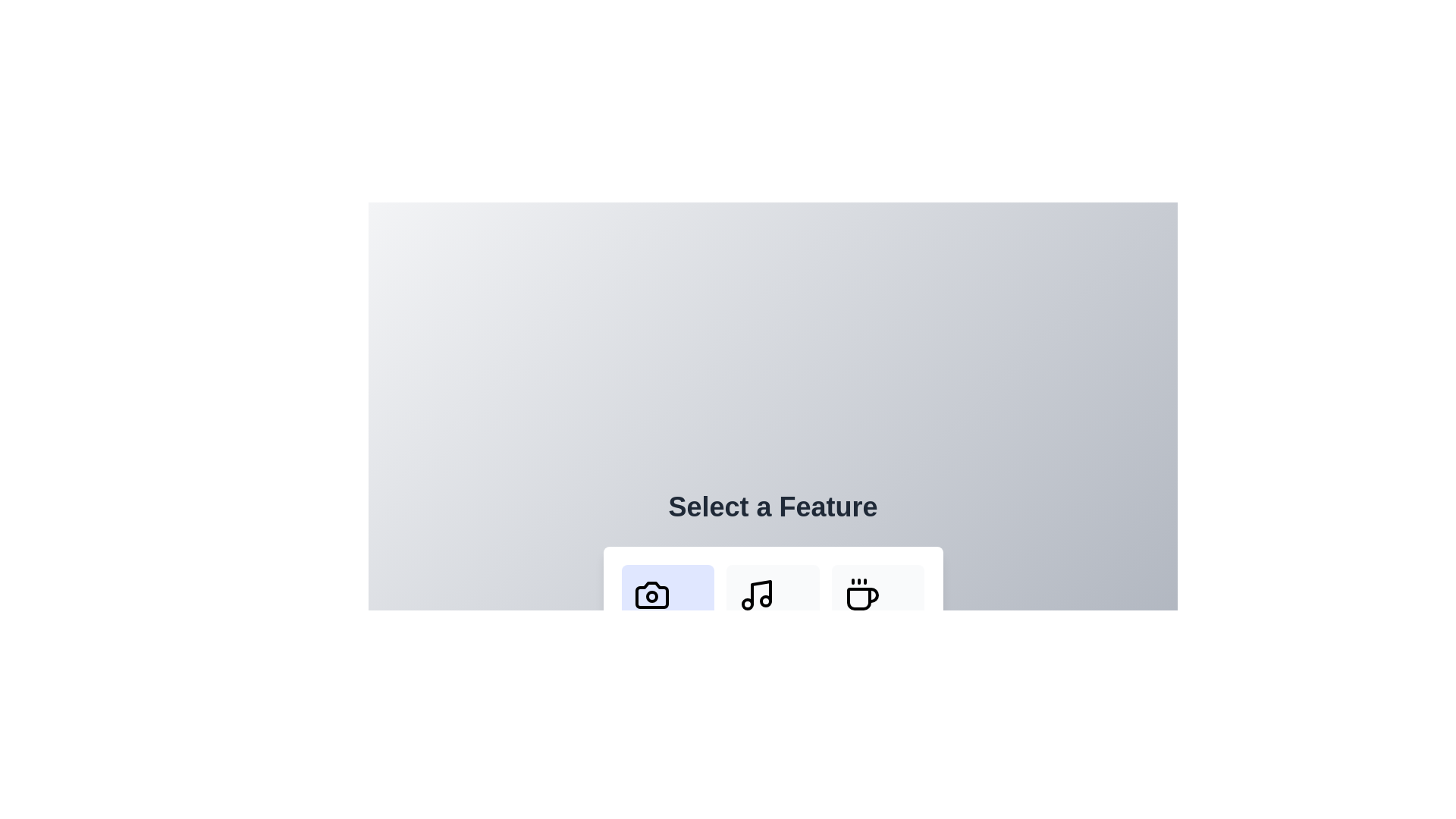  I want to click on the small circle that is part of the Music icon located at the bottom section of the interface, specifically the left circle of the two circles within this icon, so click(748, 604).